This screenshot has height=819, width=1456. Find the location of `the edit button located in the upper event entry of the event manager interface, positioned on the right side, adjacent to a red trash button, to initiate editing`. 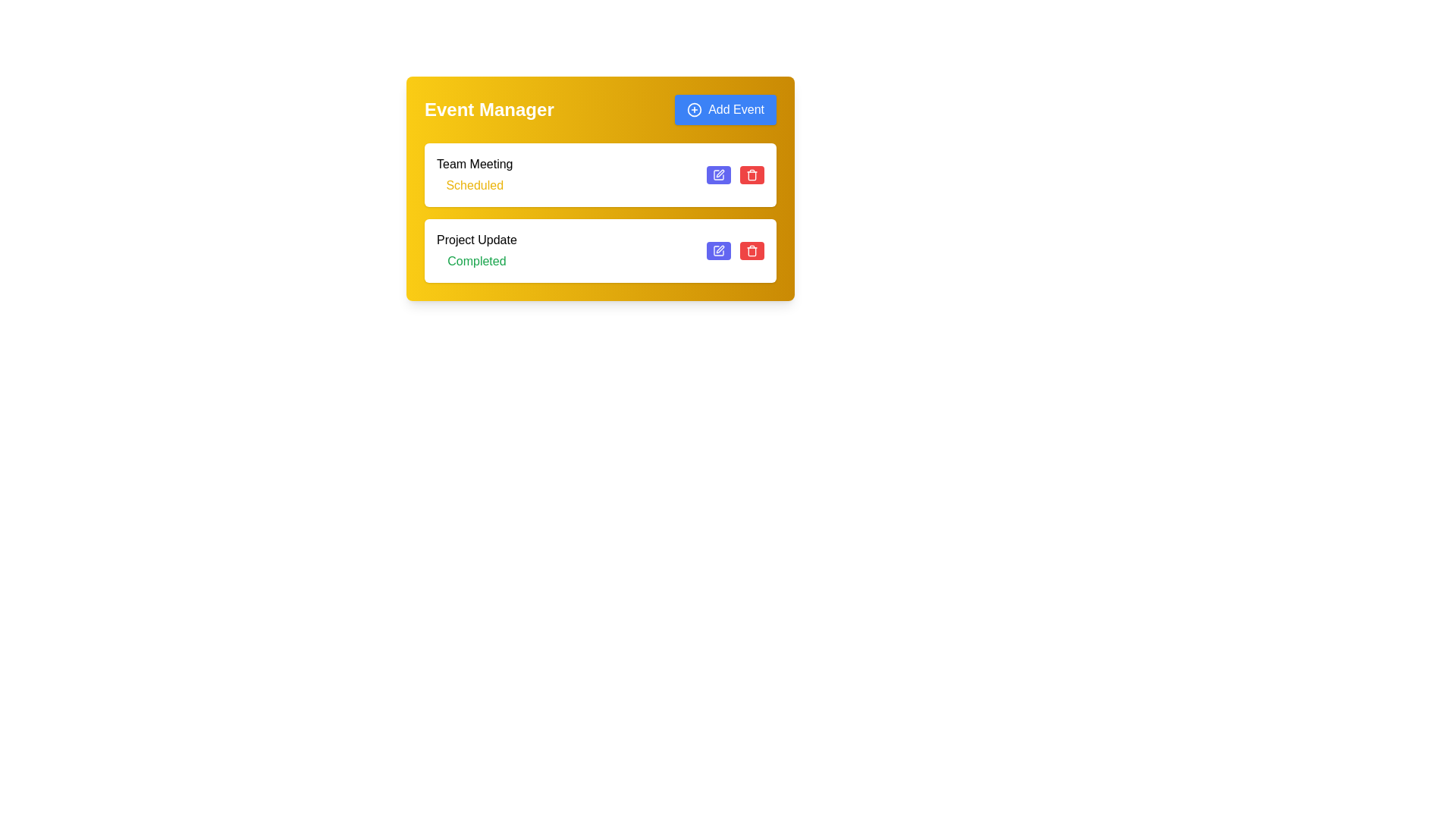

the edit button located in the upper event entry of the event manager interface, positioned on the right side, adjacent to a red trash button, to initiate editing is located at coordinates (718, 174).